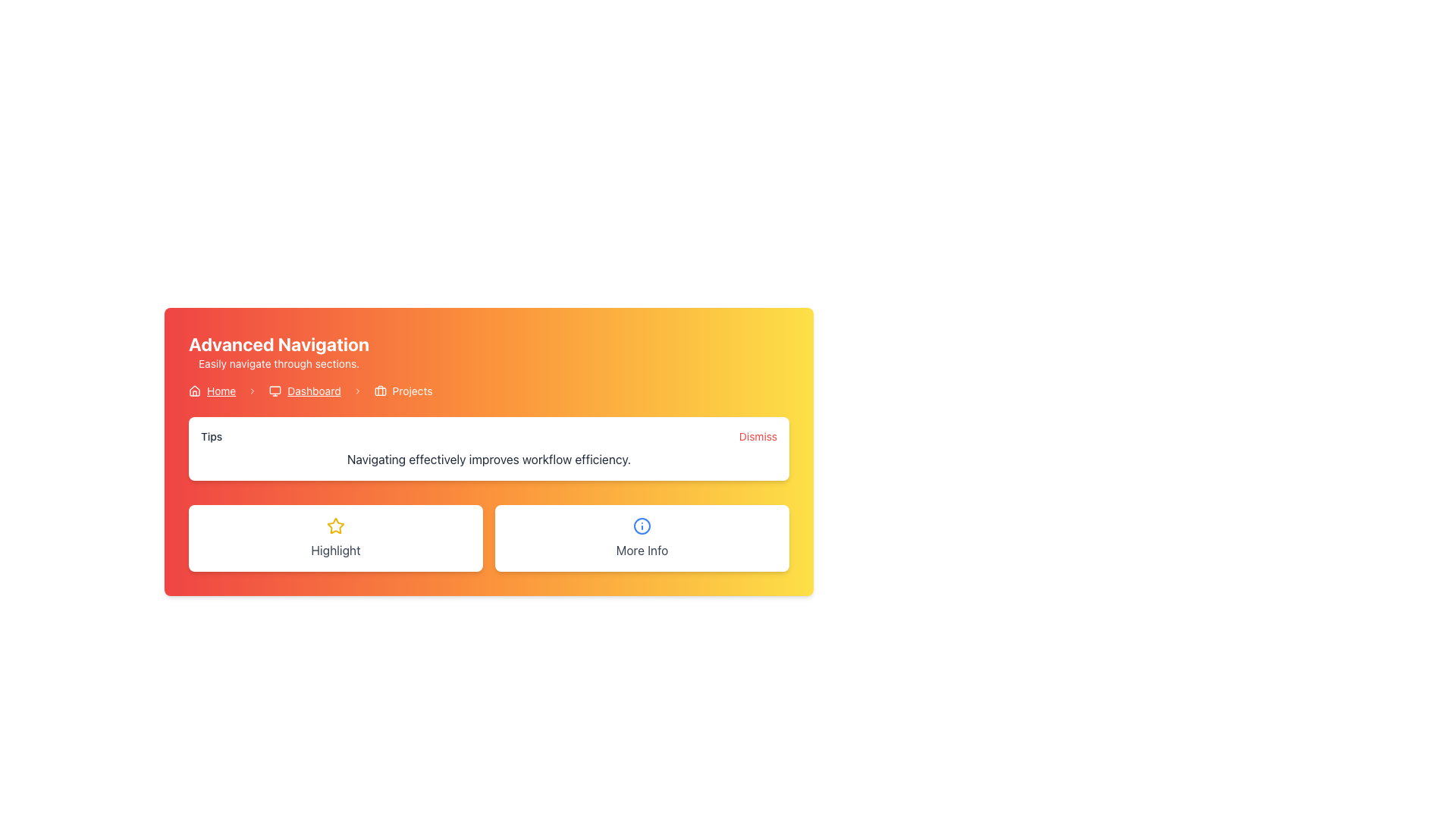 This screenshot has width=1456, height=819. I want to click on the graphical icon component of the monitor icon located in the breadcrumb navigation bar, so click(275, 389).